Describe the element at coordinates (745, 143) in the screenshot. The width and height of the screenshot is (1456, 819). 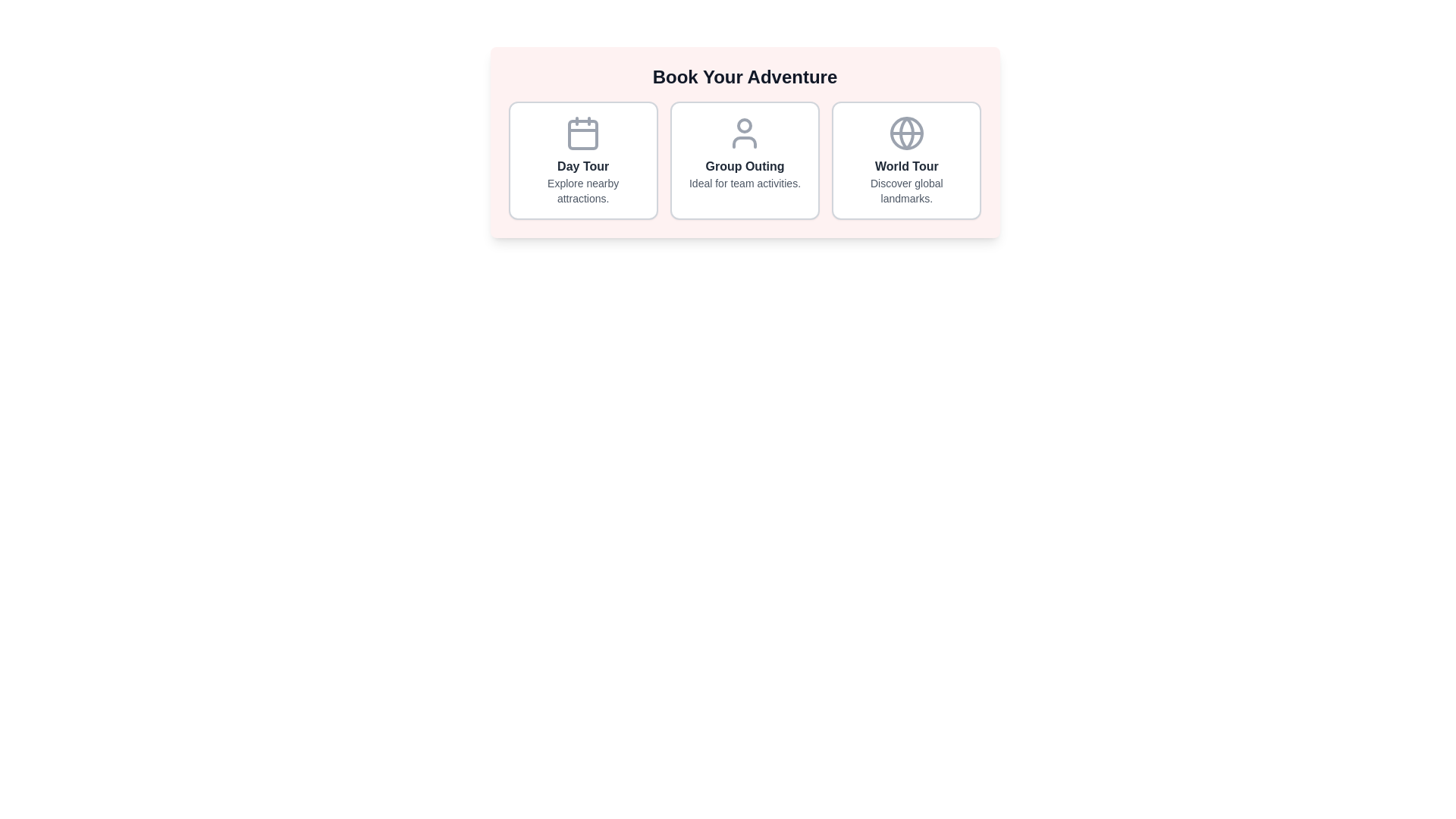
I see `the lower part of the icon representing a user in the 'Group Outing' theme` at that location.